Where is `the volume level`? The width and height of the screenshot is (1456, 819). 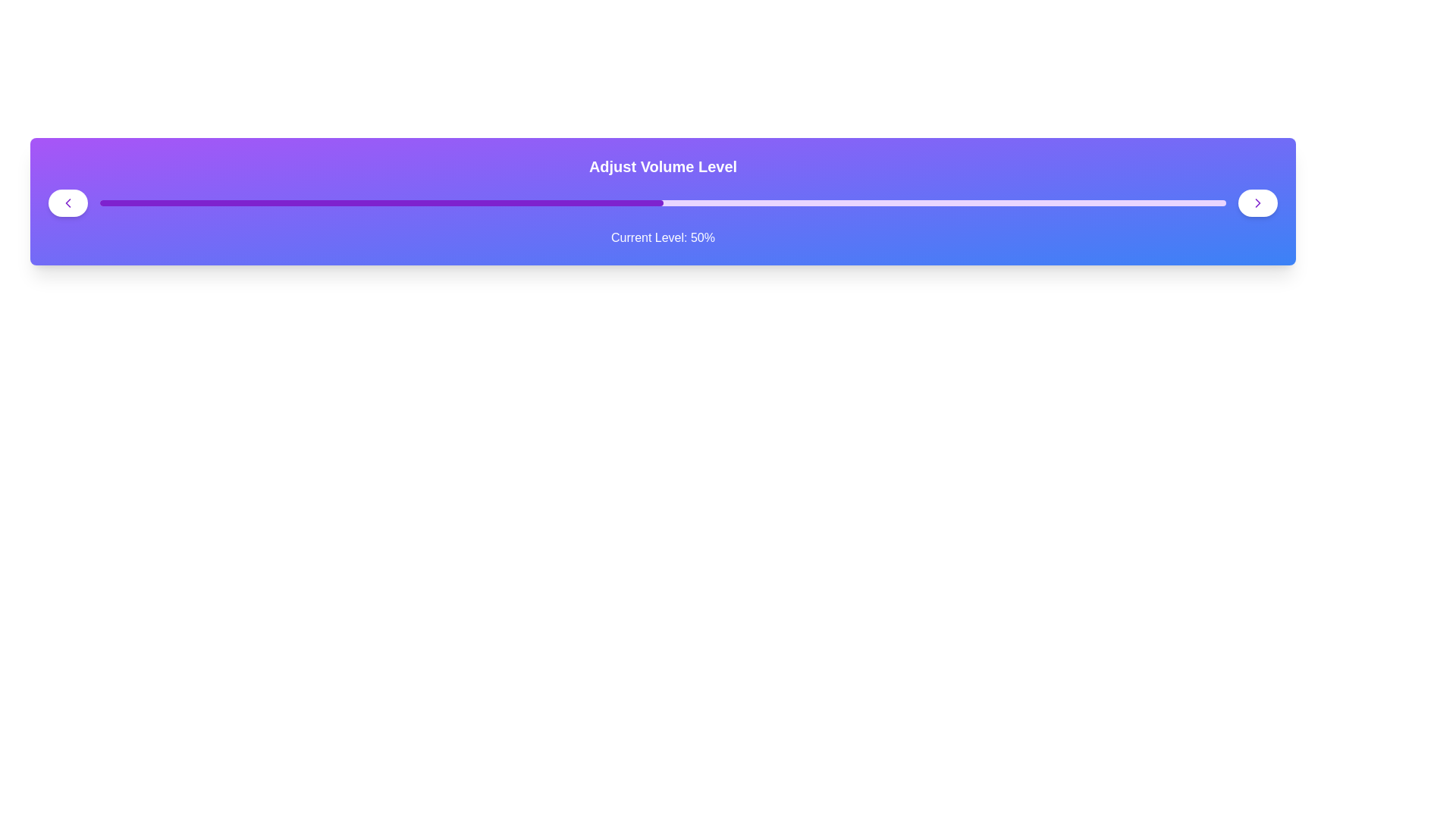
the volume level is located at coordinates (133, 202).